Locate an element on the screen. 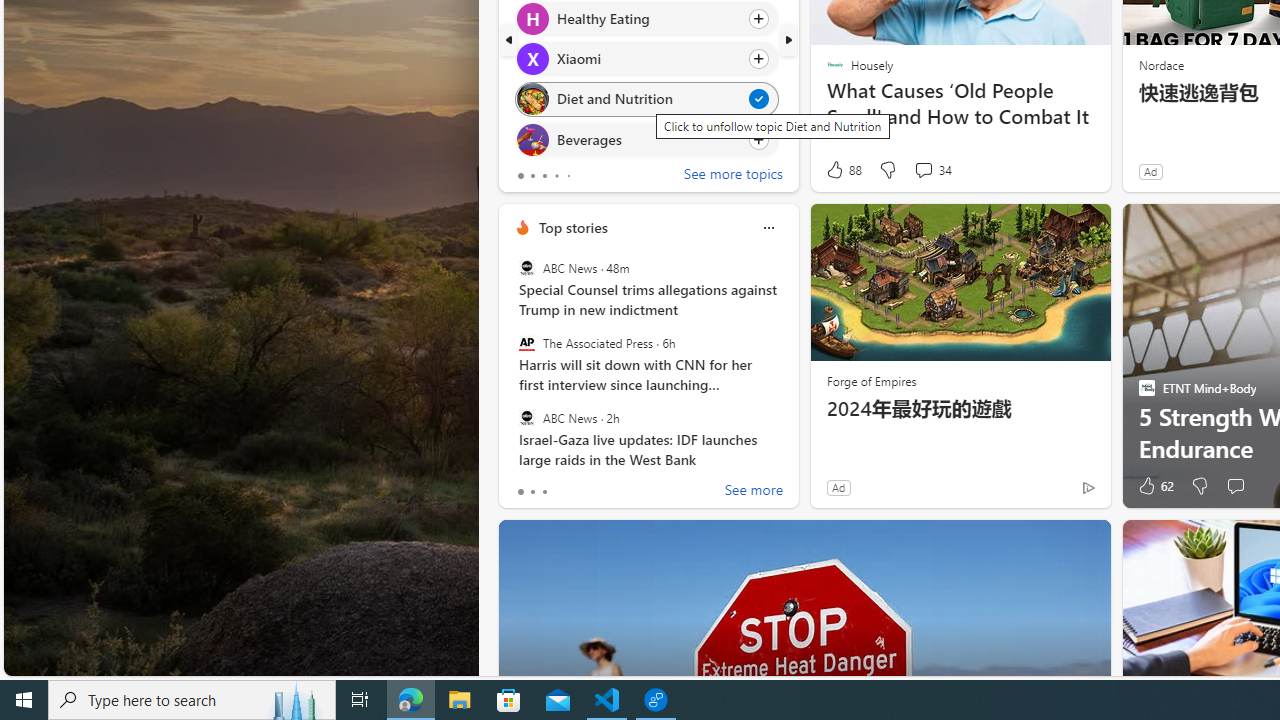 This screenshot has height=720, width=1280. 'Start the conversation' is located at coordinates (1234, 486).